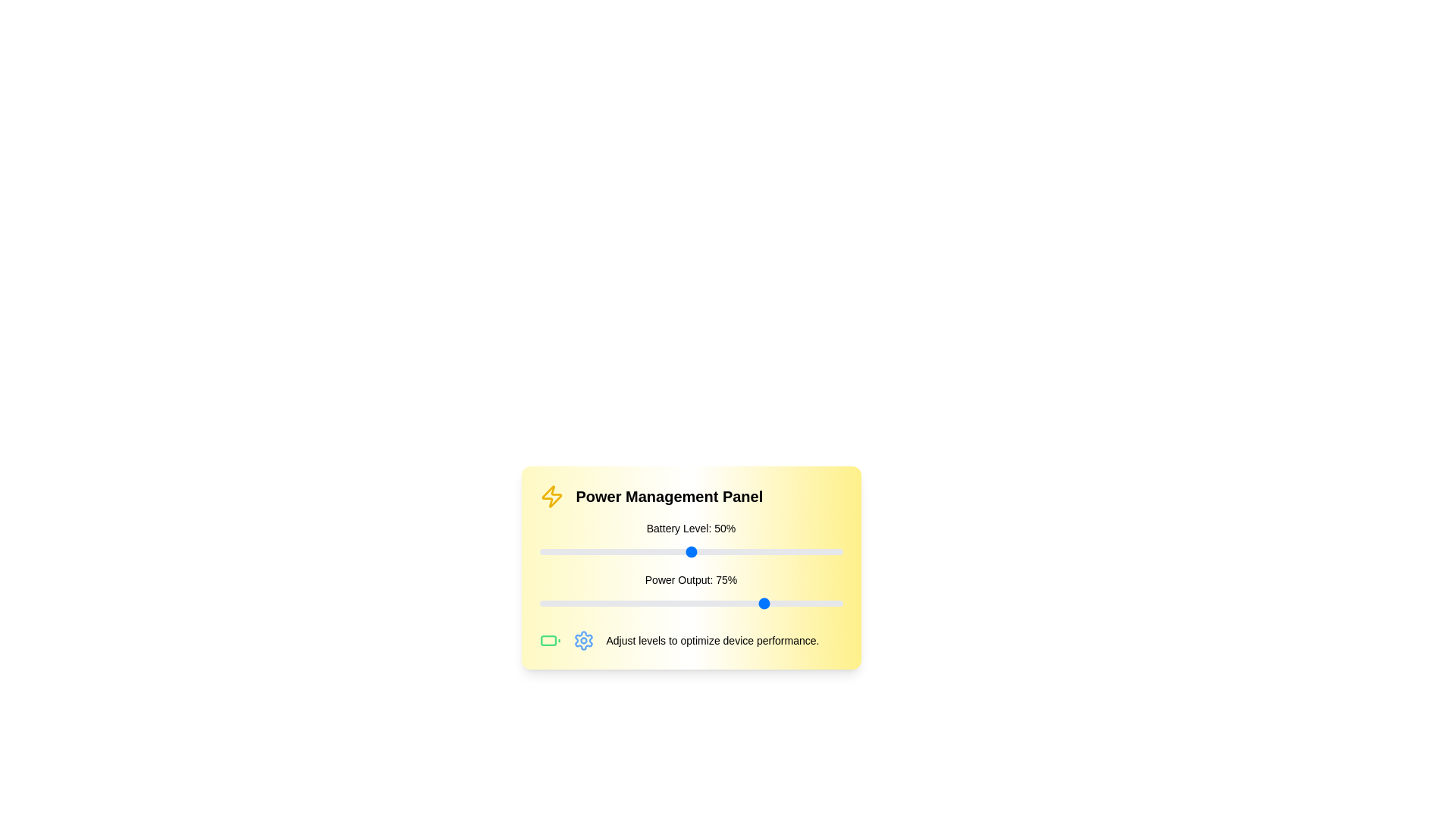 Image resolution: width=1456 pixels, height=819 pixels. What do you see at coordinates (554, 602) in the screenshot?
I see `the 'Power Output' slider to 5%` at bounding box center [554, 602].